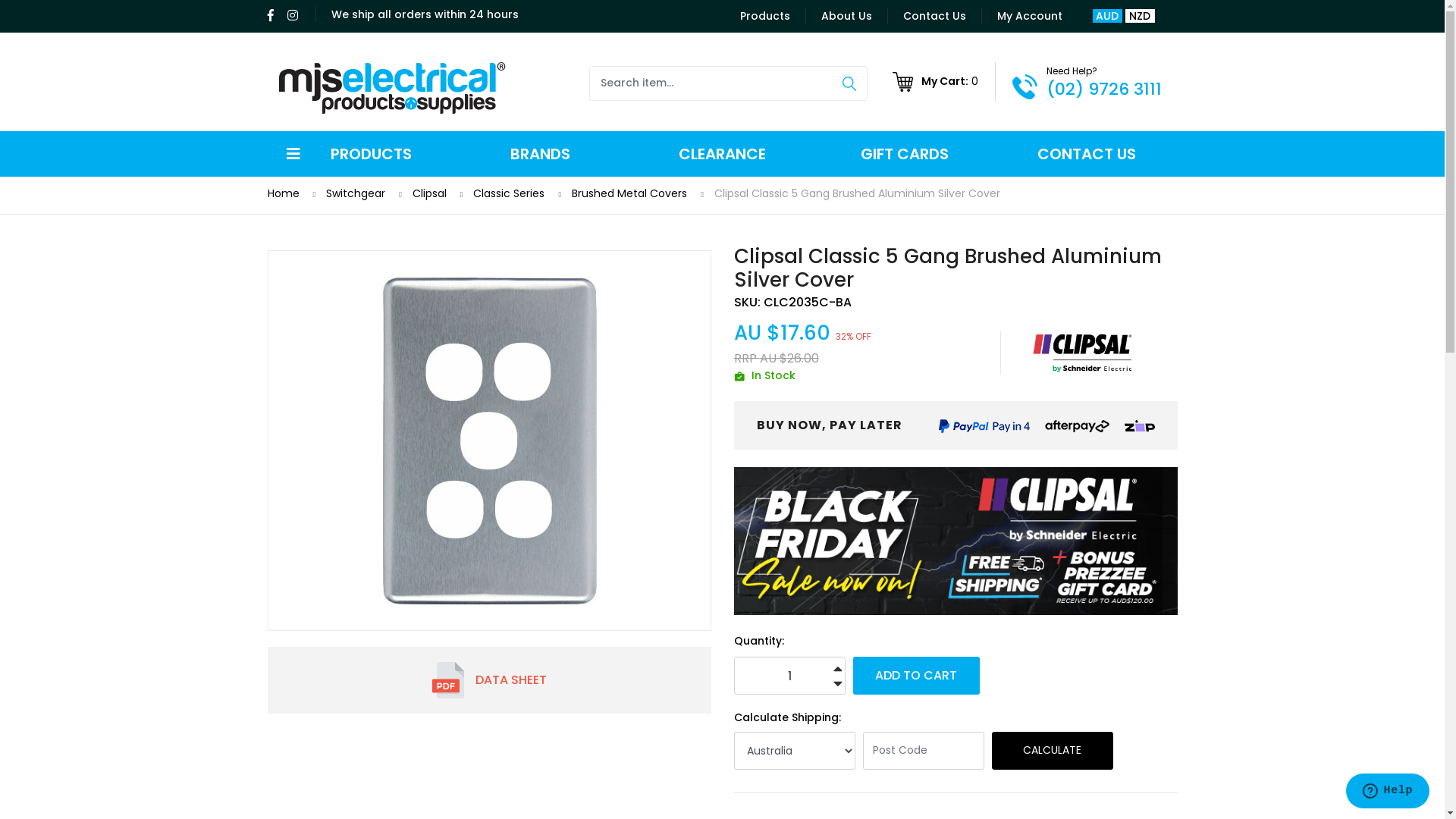 This screenshot has height=819, width=1456. Describe the element at coordinates (570, 192) in the screenshot. I see `'Brushed Metal Covers'` at that location.